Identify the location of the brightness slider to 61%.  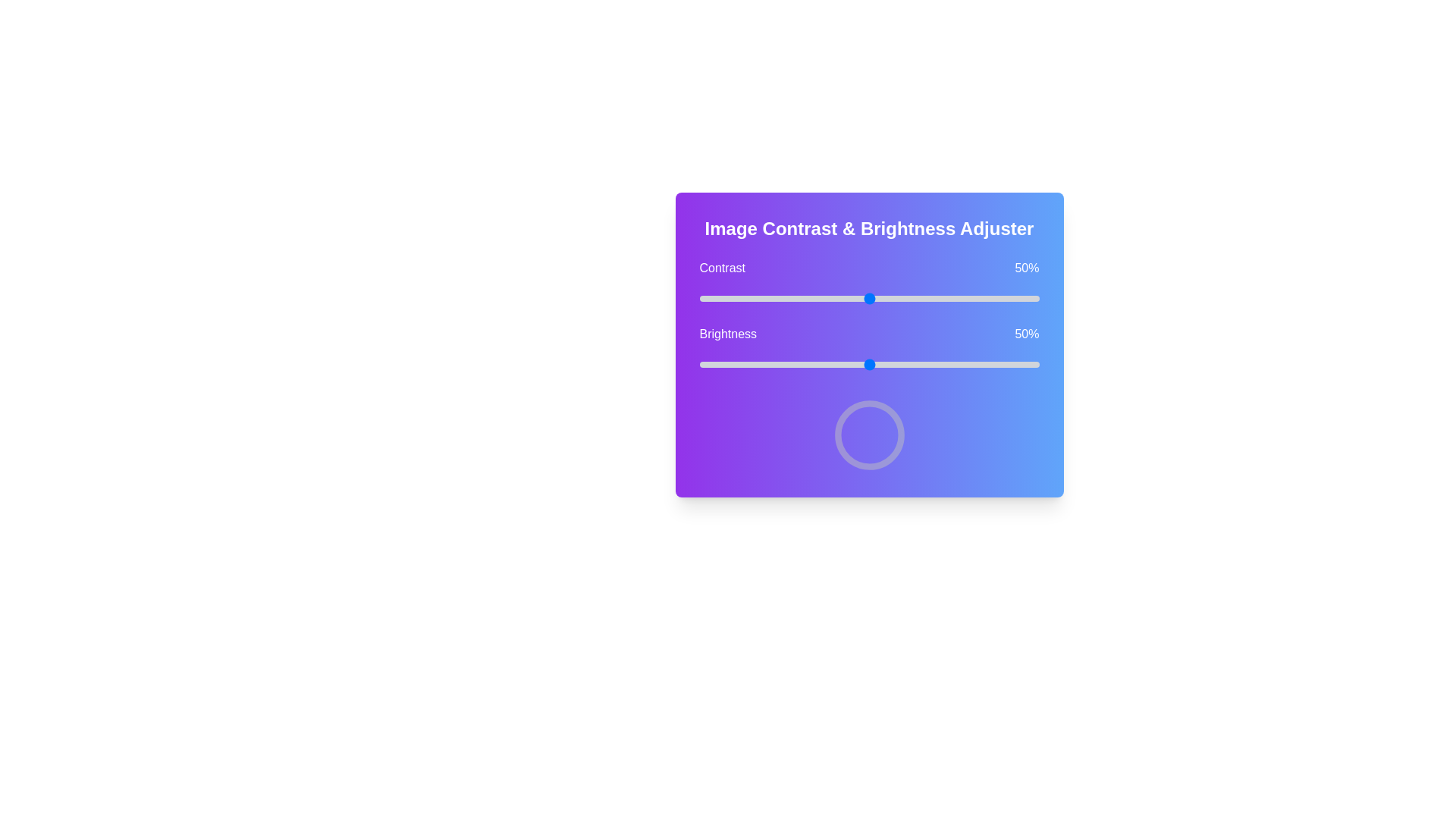
(906, 365).